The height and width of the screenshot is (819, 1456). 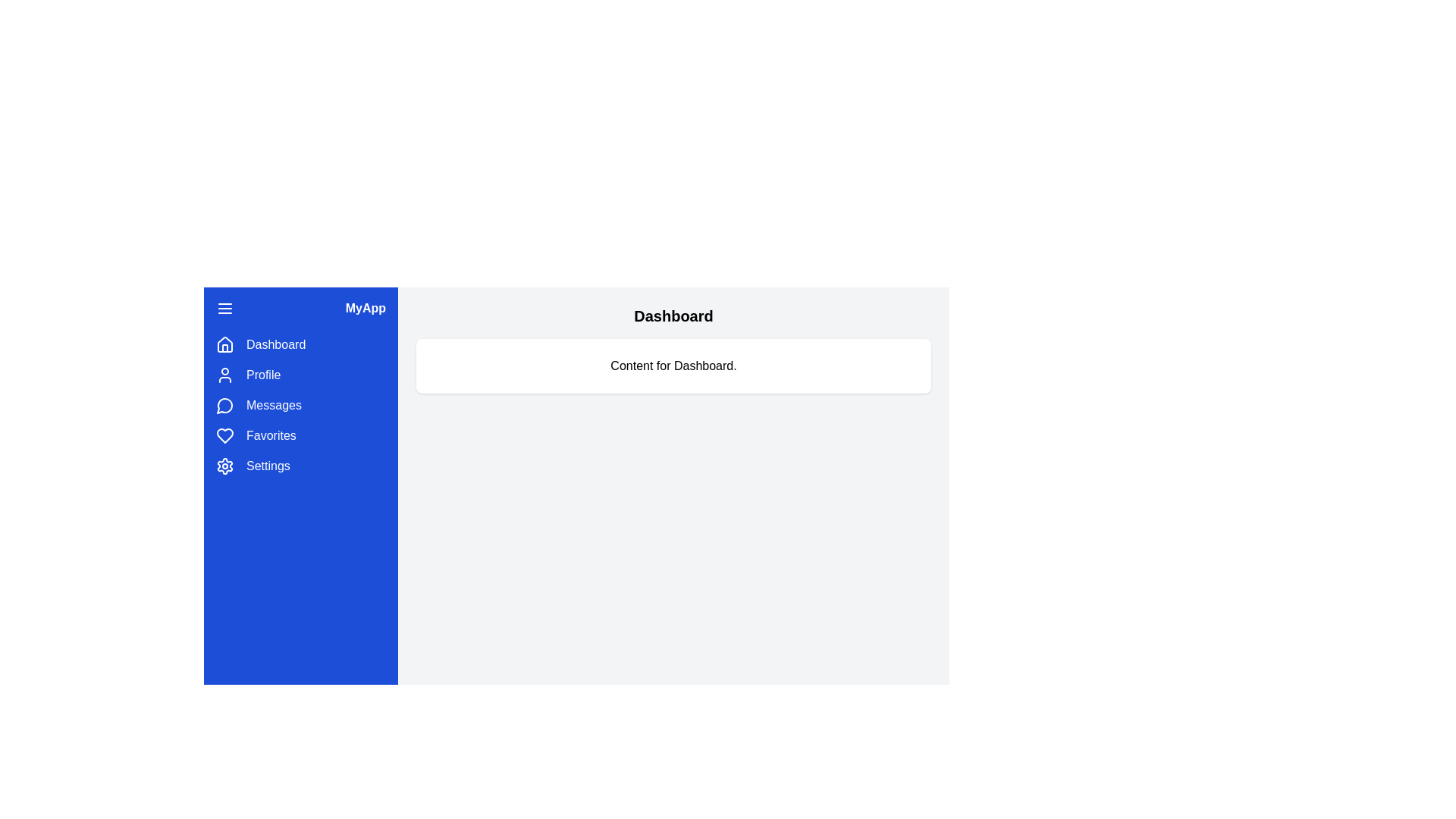 What do you see at coordinates (366, 308) in the screenshot?
I see `the text label displaying 'MyApp', which is styled in bold white font against a blue background, located on the right side of the horizontal bar near the top of the menu panel` at bounding box center [366, 308].